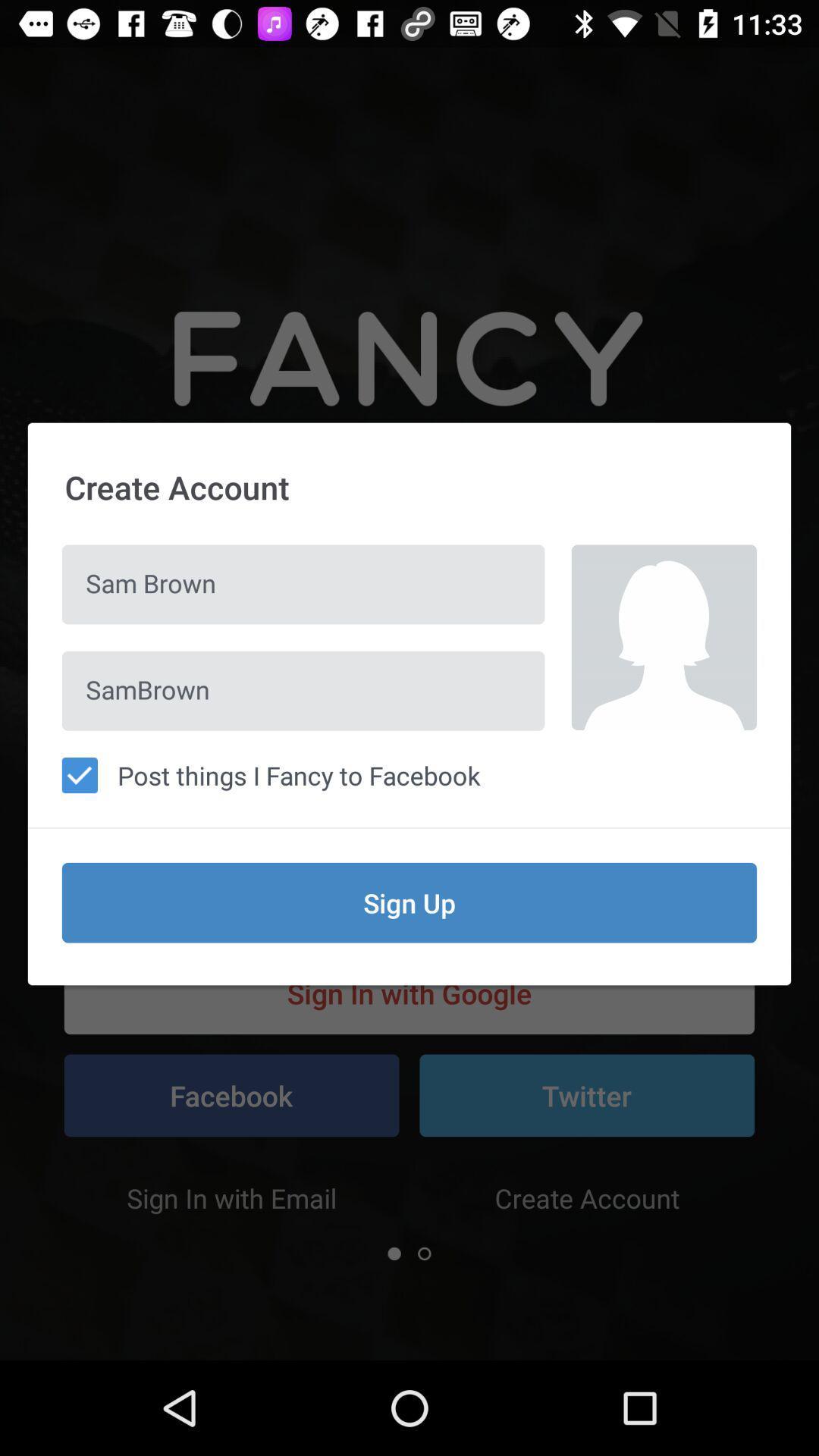 This screenshot has height=1456, width=819. I want to click on the icon below create account icon, so click(663, 637).